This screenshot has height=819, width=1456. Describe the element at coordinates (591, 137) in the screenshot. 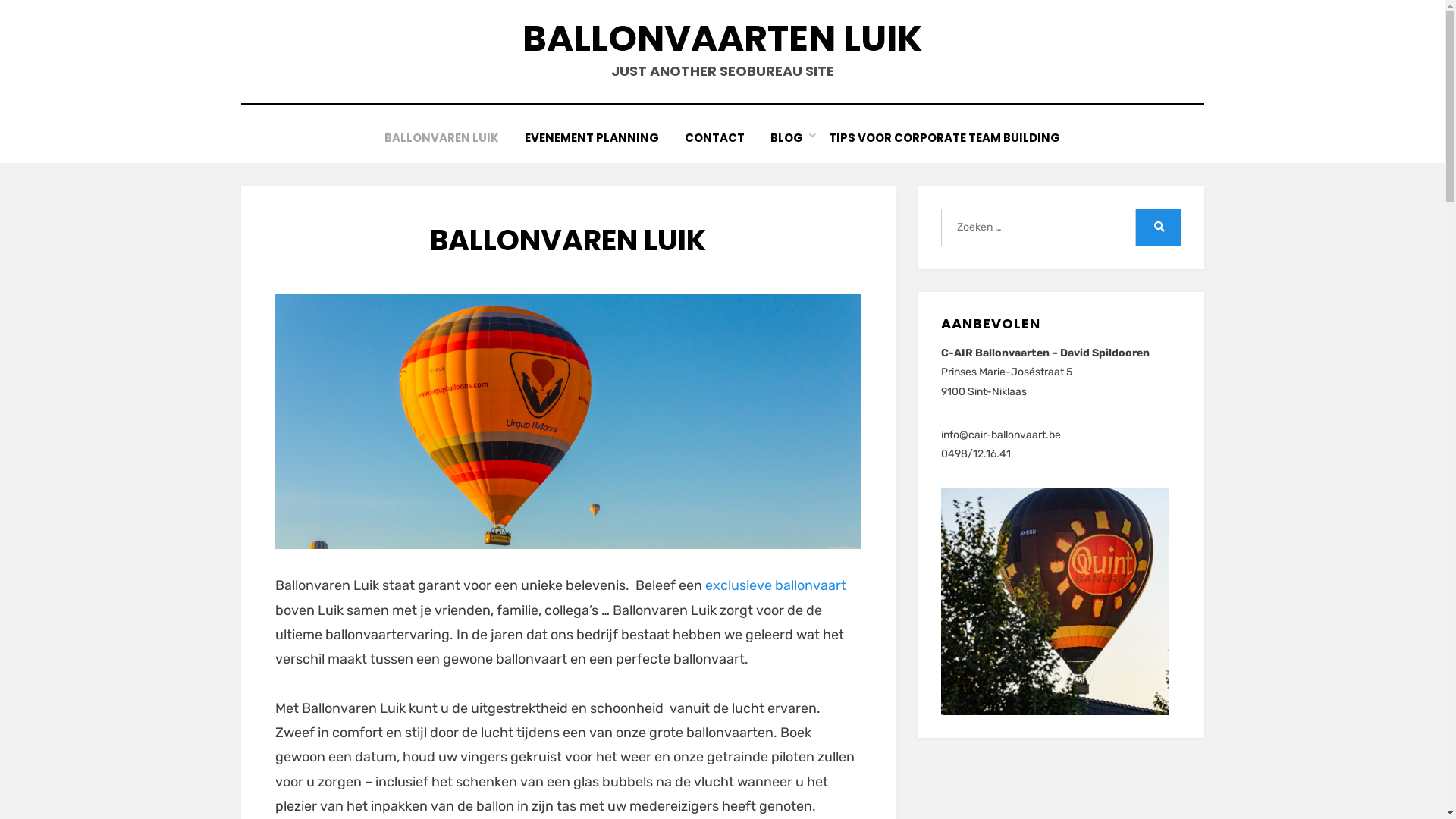

I see `'EVENEMENT PLANNING'` at that location.